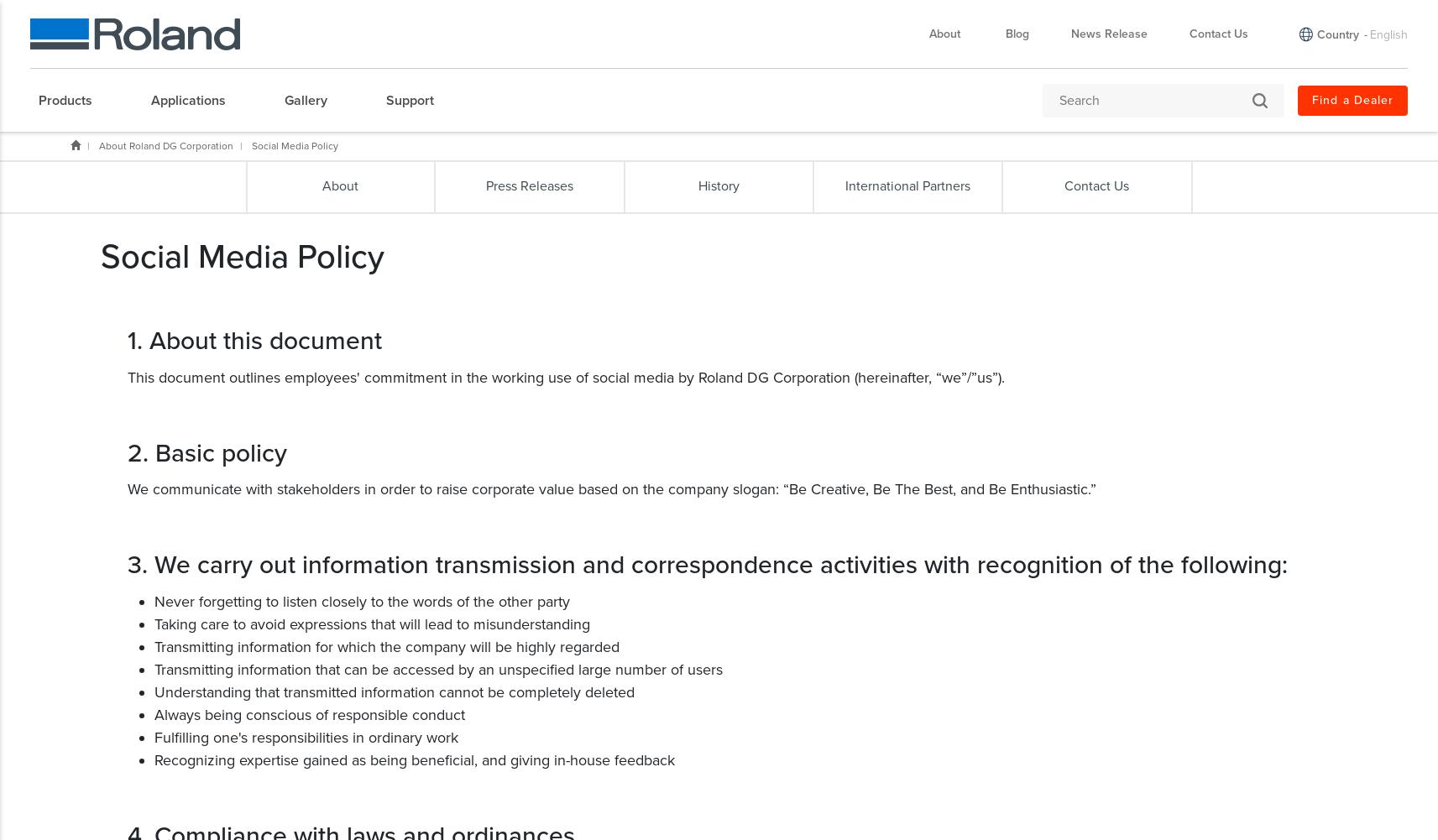 This screenshot has width=1438, height=840. Describe the element at coordinates (371, 623) in the screenshot. I see `'Taking care to avoid expressions that will lead to misunderstanding'` at that location.